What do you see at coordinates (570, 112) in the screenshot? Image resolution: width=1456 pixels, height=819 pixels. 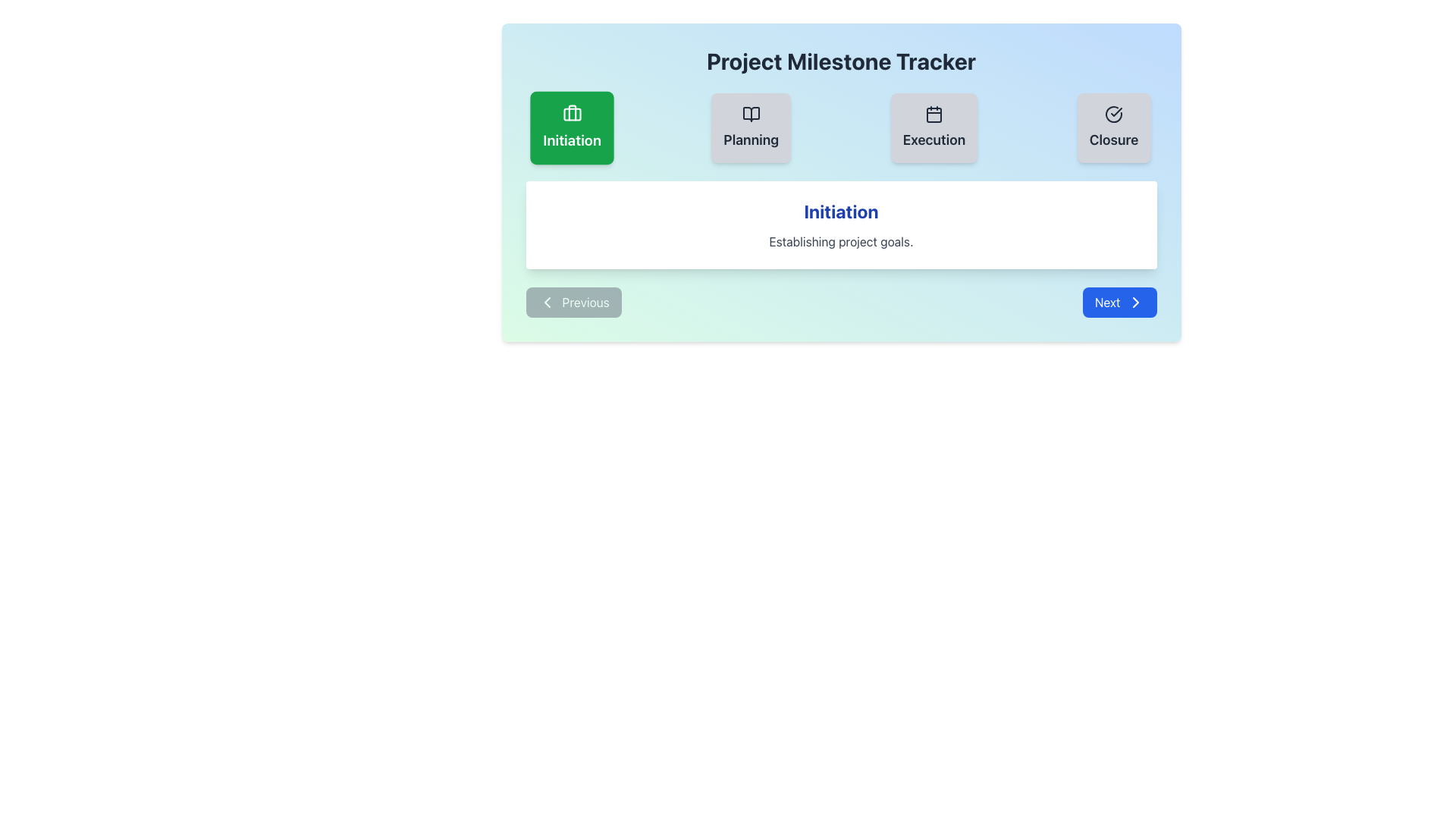 I see `the decorative graphical component that forms the left vertical boundary of the briefcase's handle, located within the briefcase icon next to the 'Initiation' text in the milestone navigation bar` at bounding box center [570, 112].